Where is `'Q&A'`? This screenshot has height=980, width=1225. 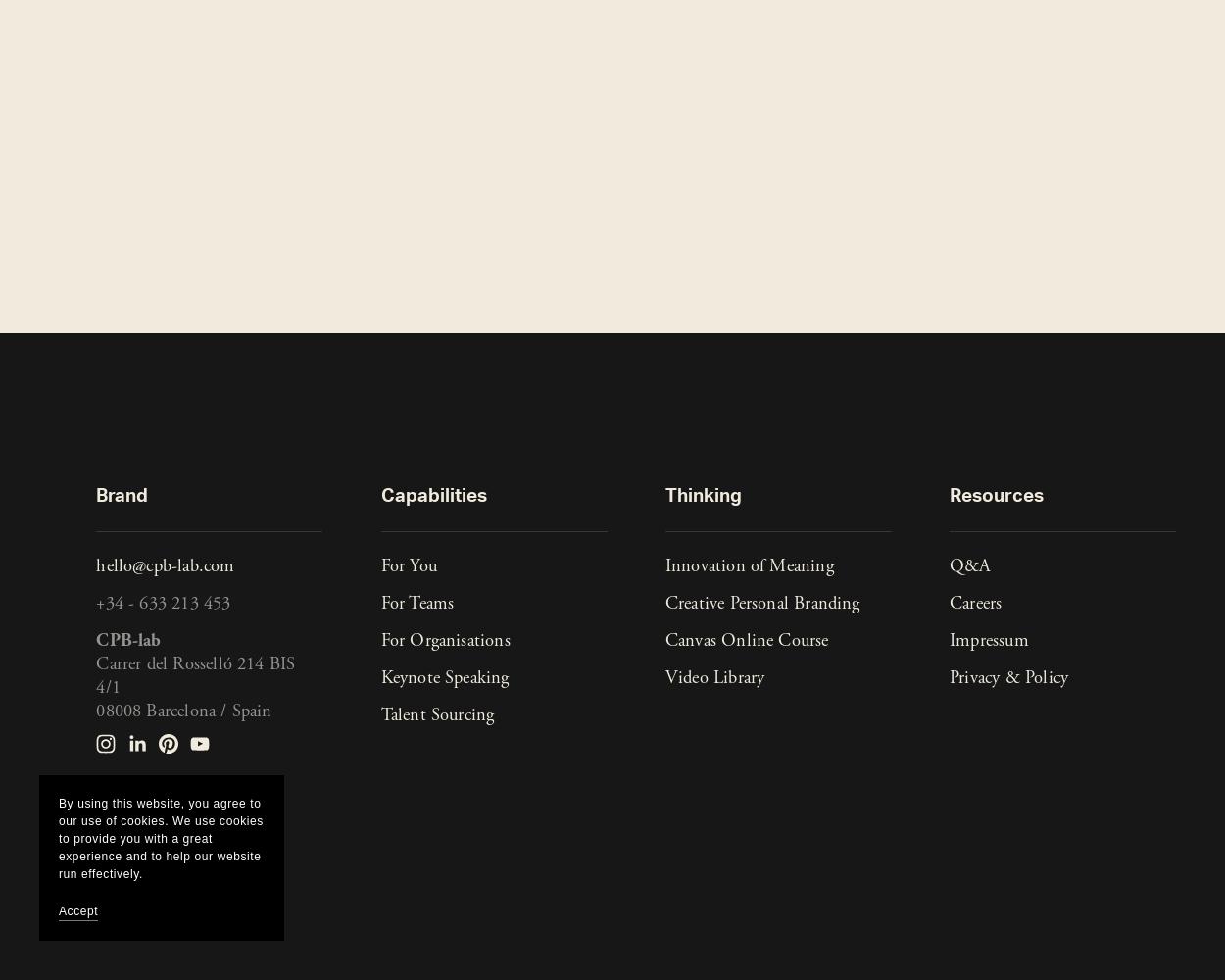 'Q&A' is located at coordinates (949, 565).